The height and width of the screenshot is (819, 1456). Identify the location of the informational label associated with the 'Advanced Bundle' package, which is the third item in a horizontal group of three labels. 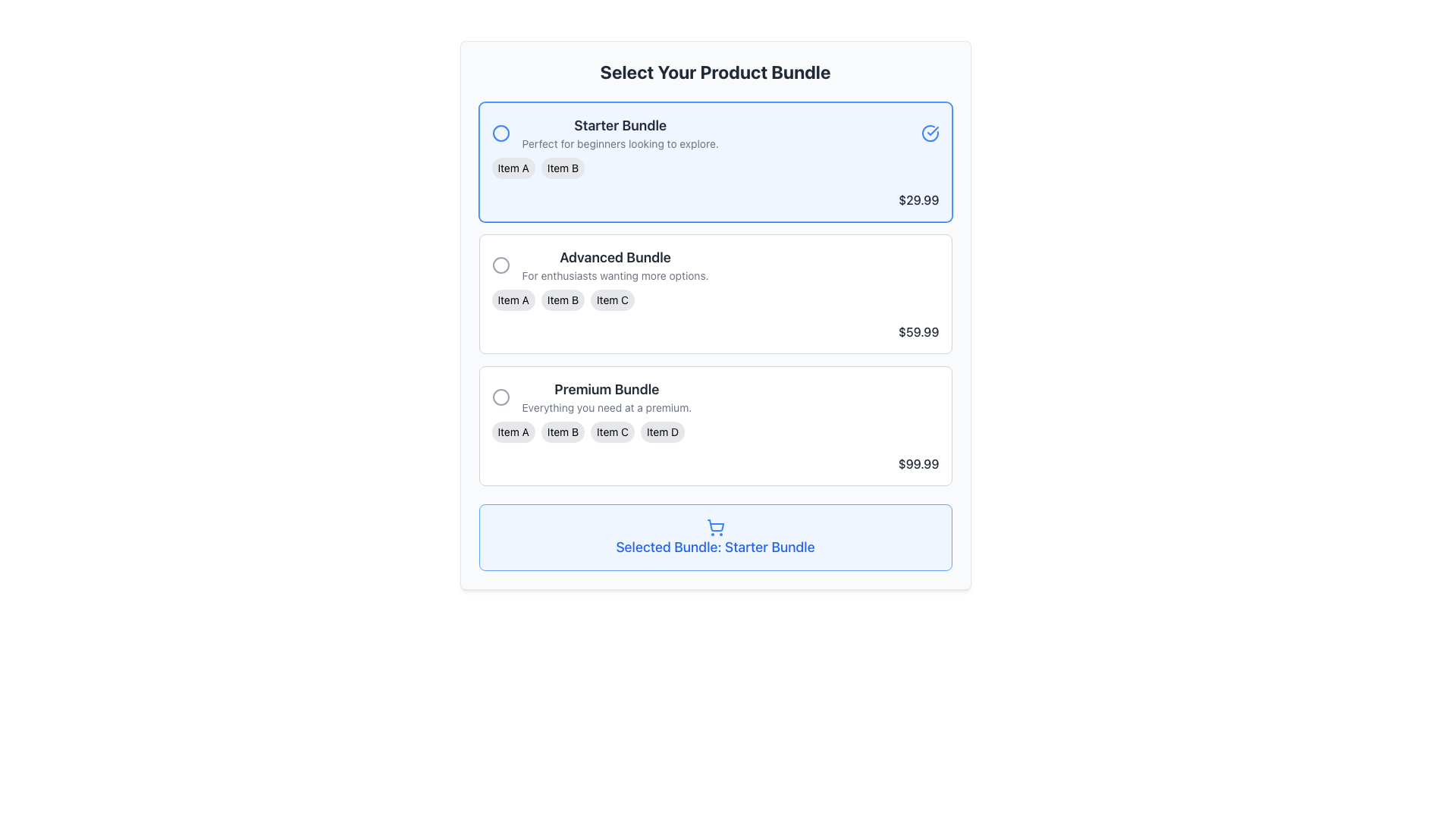
(612, 300).